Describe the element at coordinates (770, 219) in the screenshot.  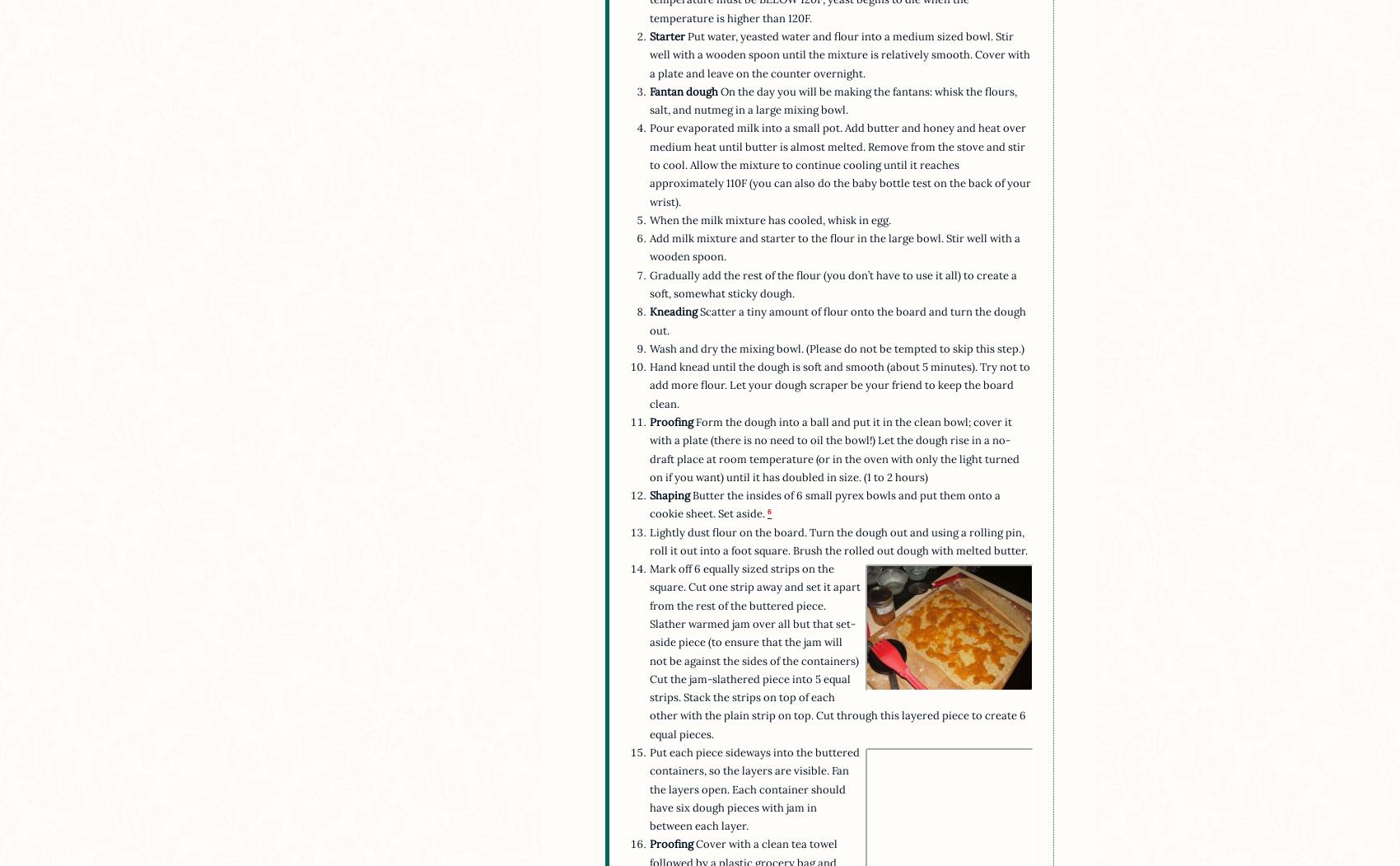
I see `'When the milk mixture has cooled, whisk in egg.'` at that location.